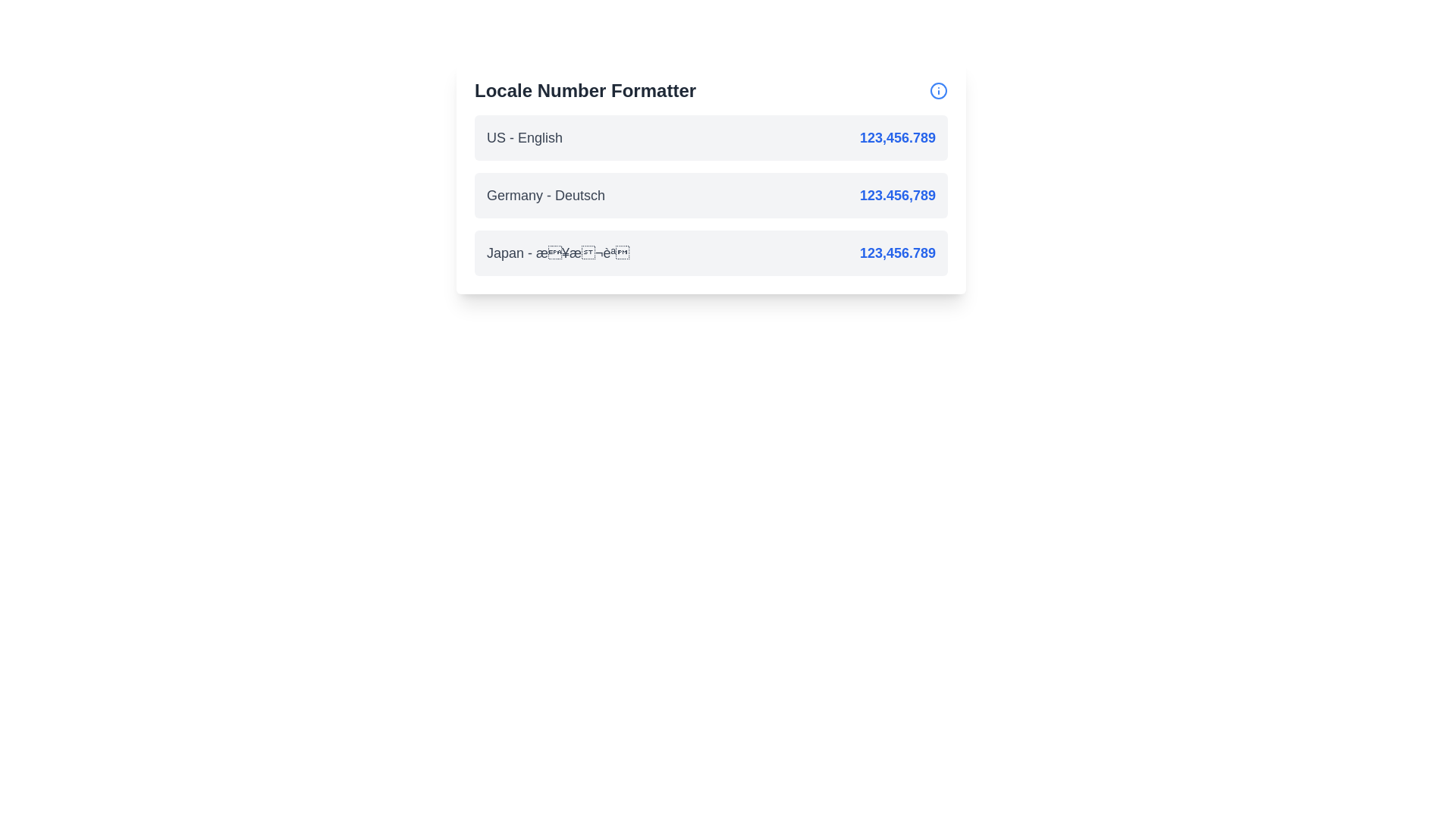 Image resolution: width=1456 pixels, height=819 pixels. I want to click on the text label displaying 'Japan - 日本語' in gray color, located in the third row under 'Locale Number Formatter', so click(557, 253).